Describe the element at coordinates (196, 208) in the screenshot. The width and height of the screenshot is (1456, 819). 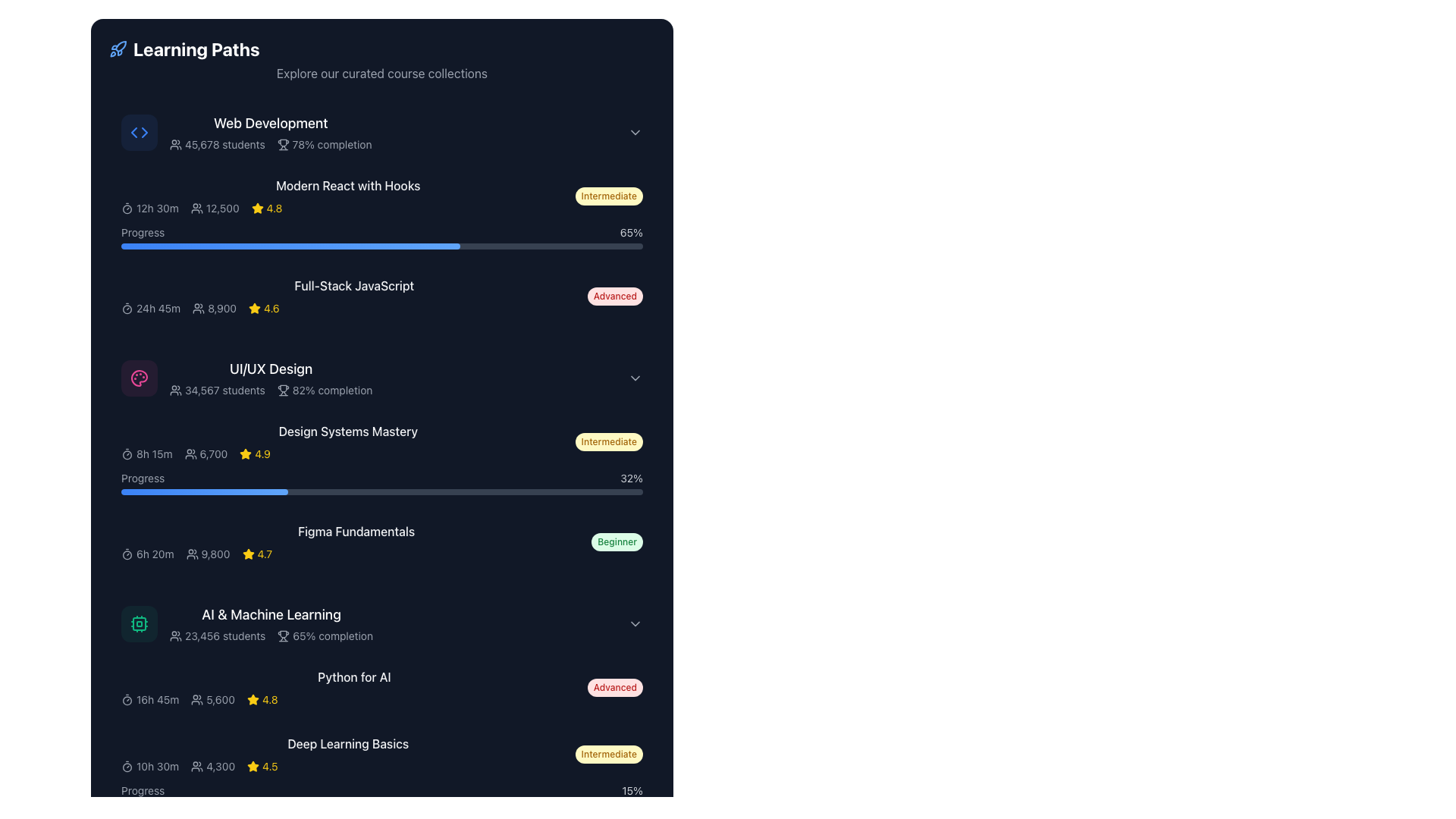
I see `the icon representing two stylized silhouettes indicating a group or multiple users, located to the left of the text '12,500' in the 'Web Development' course entry` at that location.